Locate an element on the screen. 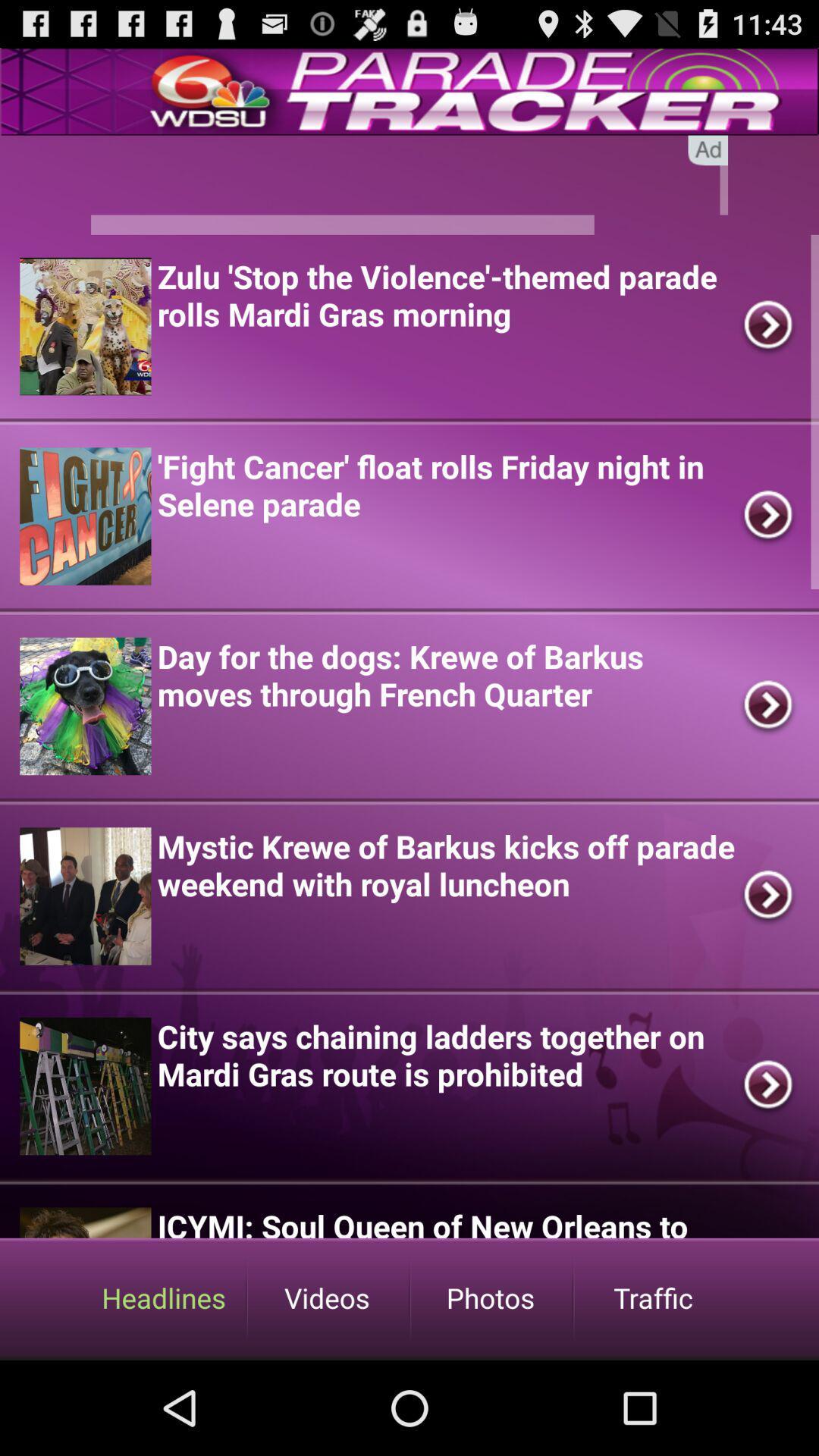 The width and height of the screenshot is (819, 1456). the sixth image from the top is located at coordinates (85, 1222).